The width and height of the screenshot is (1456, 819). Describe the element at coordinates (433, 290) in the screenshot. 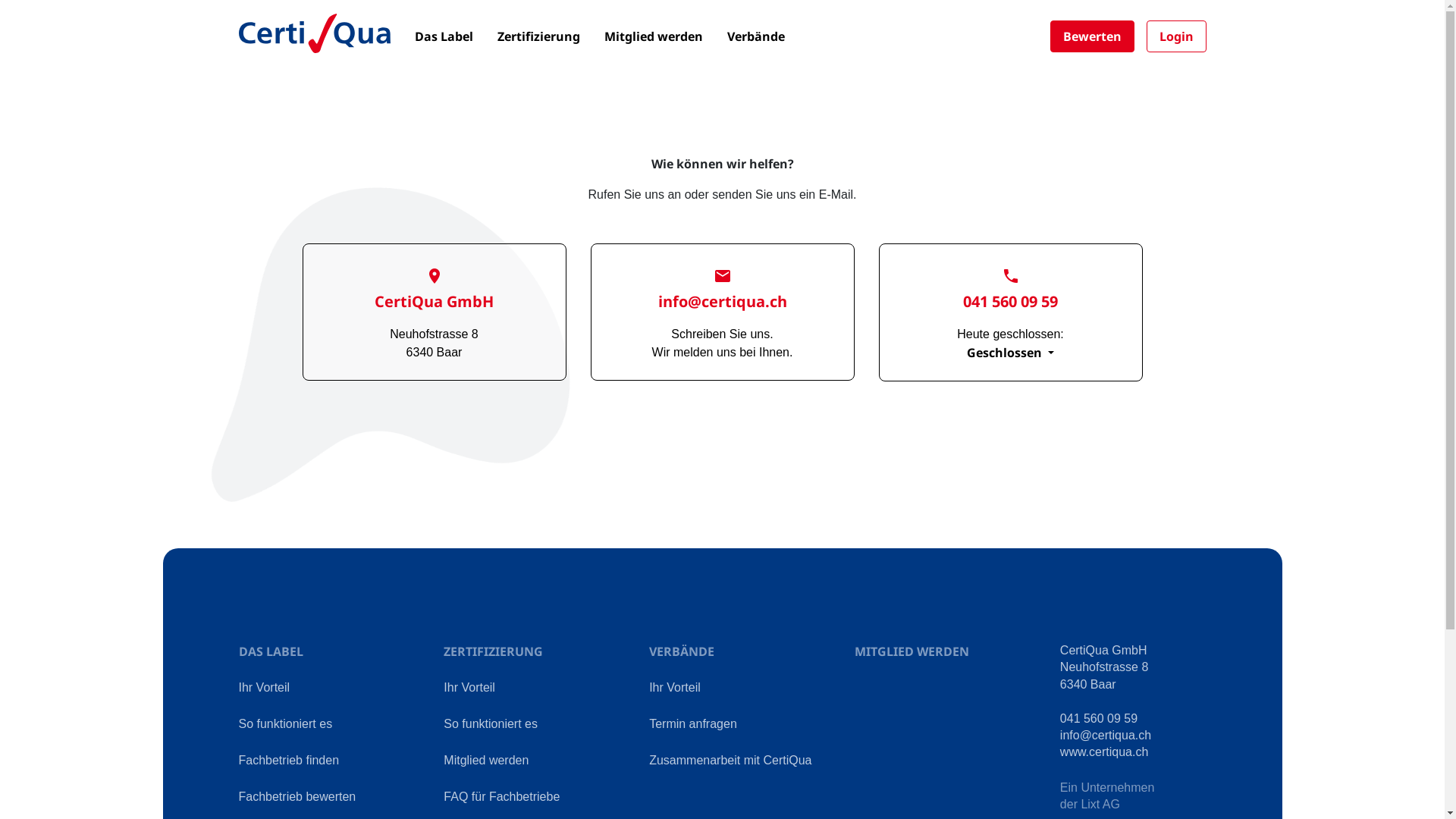

I see `'CertiQua GmbH'` at that location.